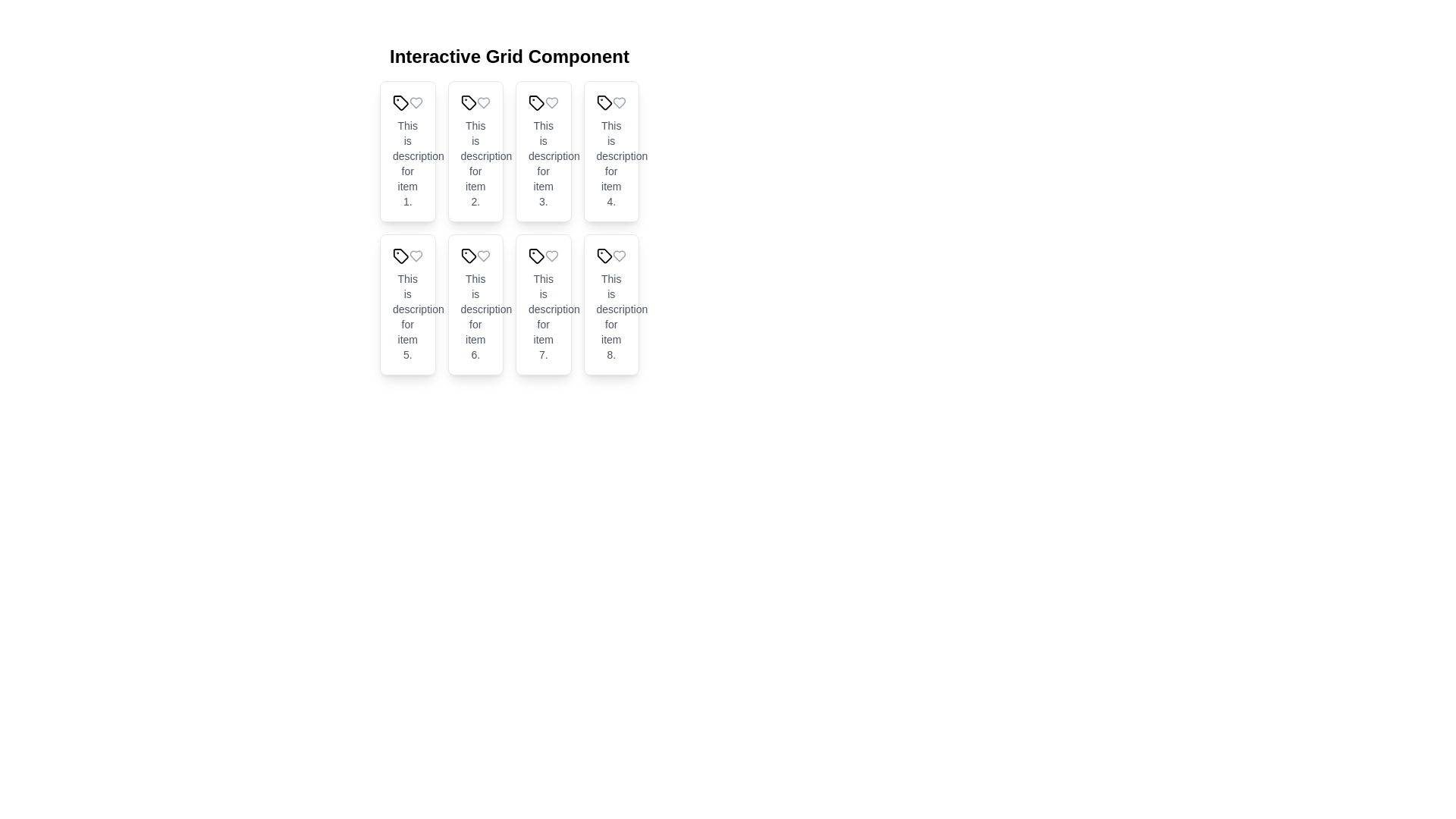 The image size is (1456, 819). What do you see at coordinates (536, 256) in the screenshot?
I see `the tag icon represented by the SVG element located on the leftmost side of 'Tile 7'` at bounding box center [536, 256].